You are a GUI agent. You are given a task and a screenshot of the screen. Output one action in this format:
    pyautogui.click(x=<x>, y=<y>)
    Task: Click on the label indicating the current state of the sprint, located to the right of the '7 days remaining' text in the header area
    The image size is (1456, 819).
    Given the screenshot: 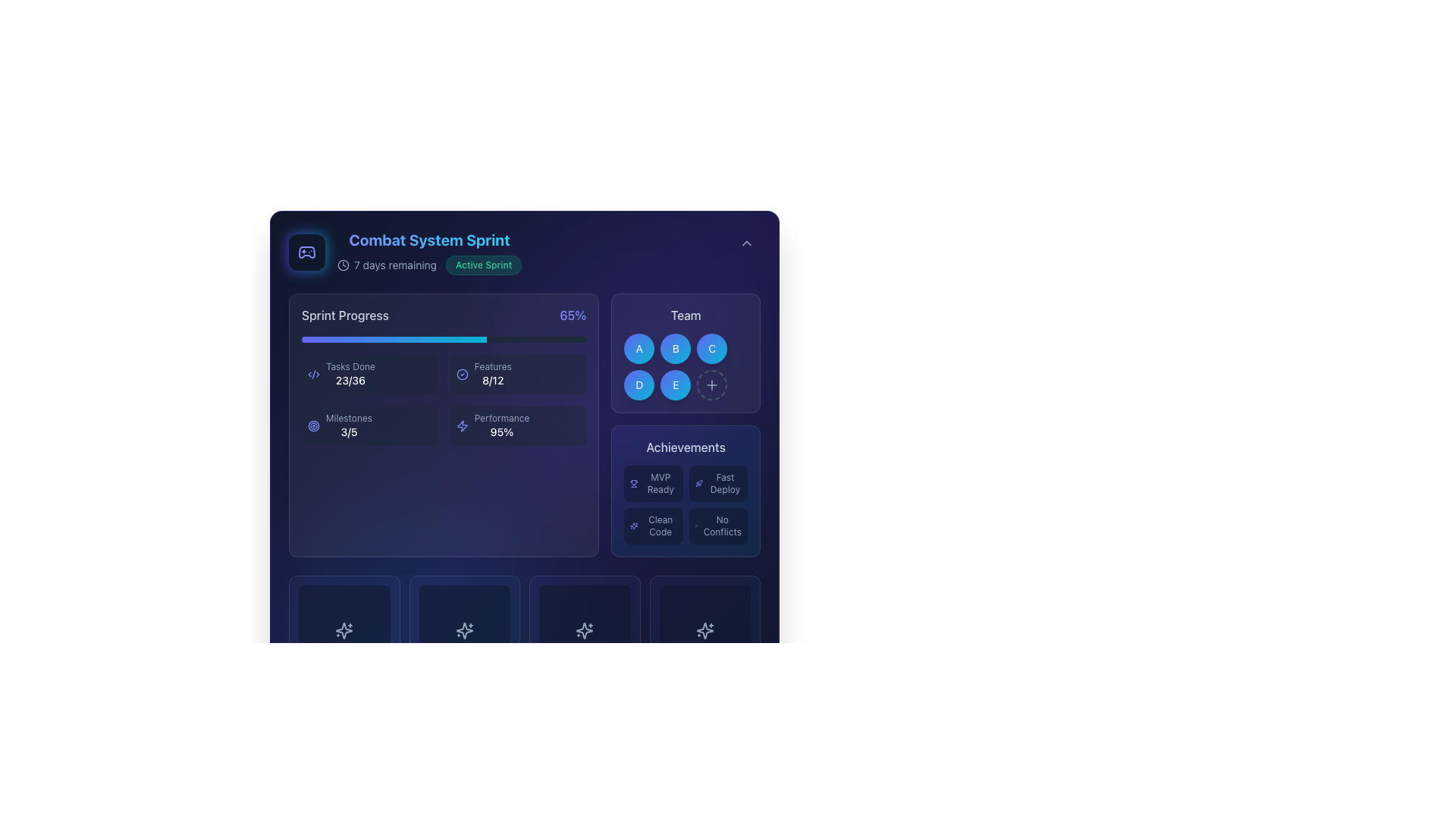 What is the action you would take?
    pyautogui.click(x=483, y=265)
    